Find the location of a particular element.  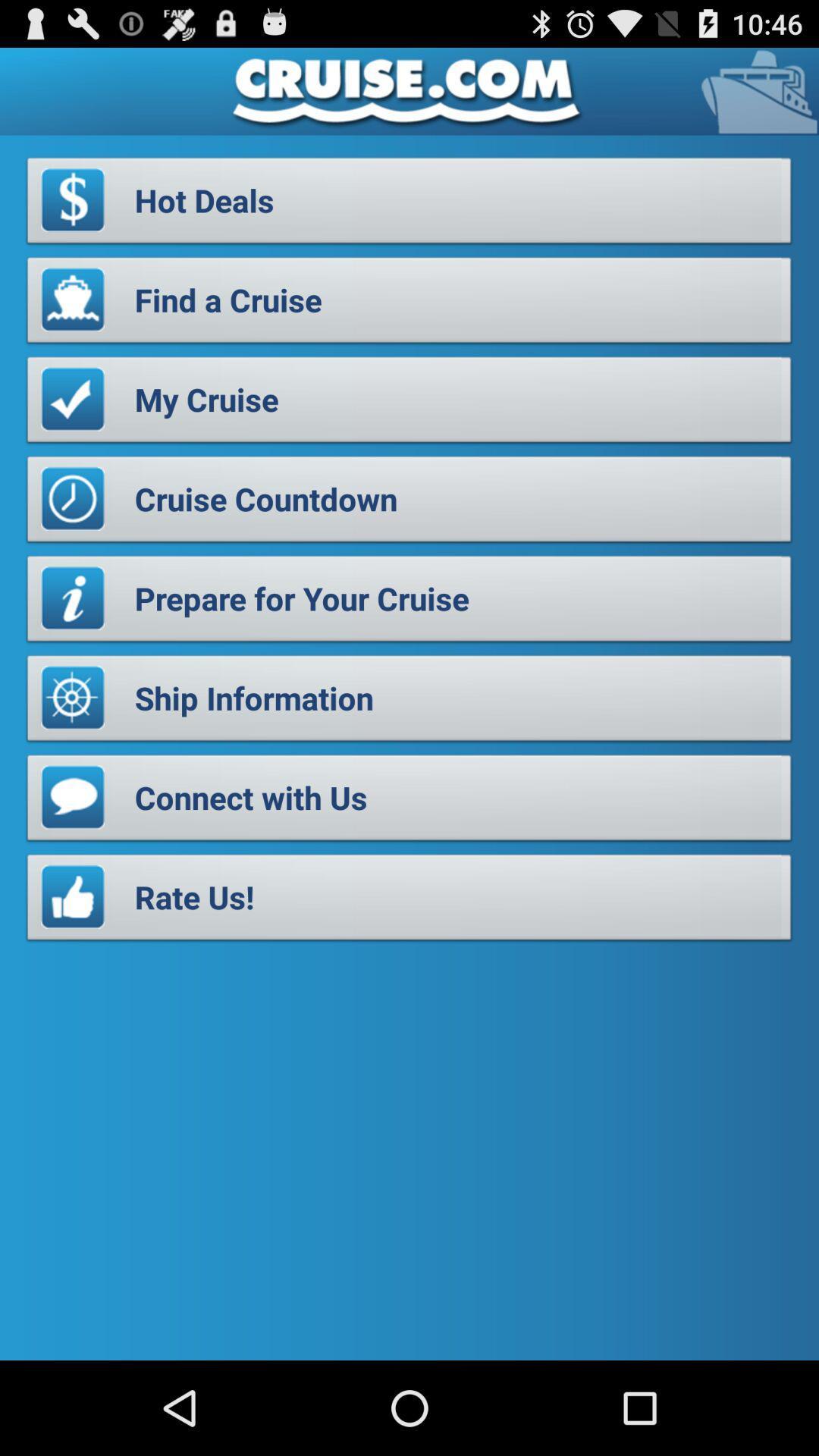

find a cruise icon is located at coordinates (409, 303).